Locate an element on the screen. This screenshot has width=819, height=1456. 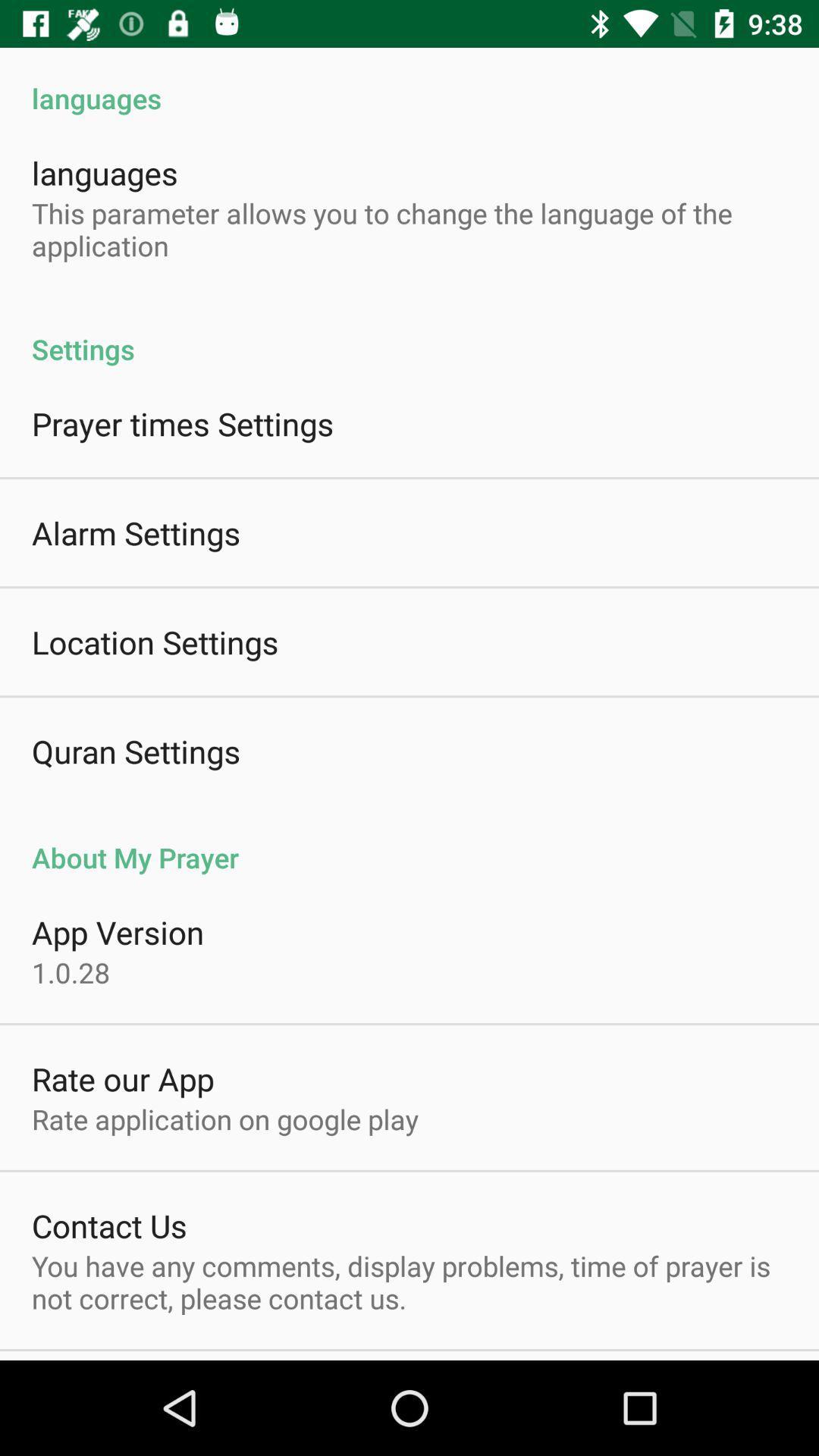
the icon above rate our app item is located at coordinates (71, 972).